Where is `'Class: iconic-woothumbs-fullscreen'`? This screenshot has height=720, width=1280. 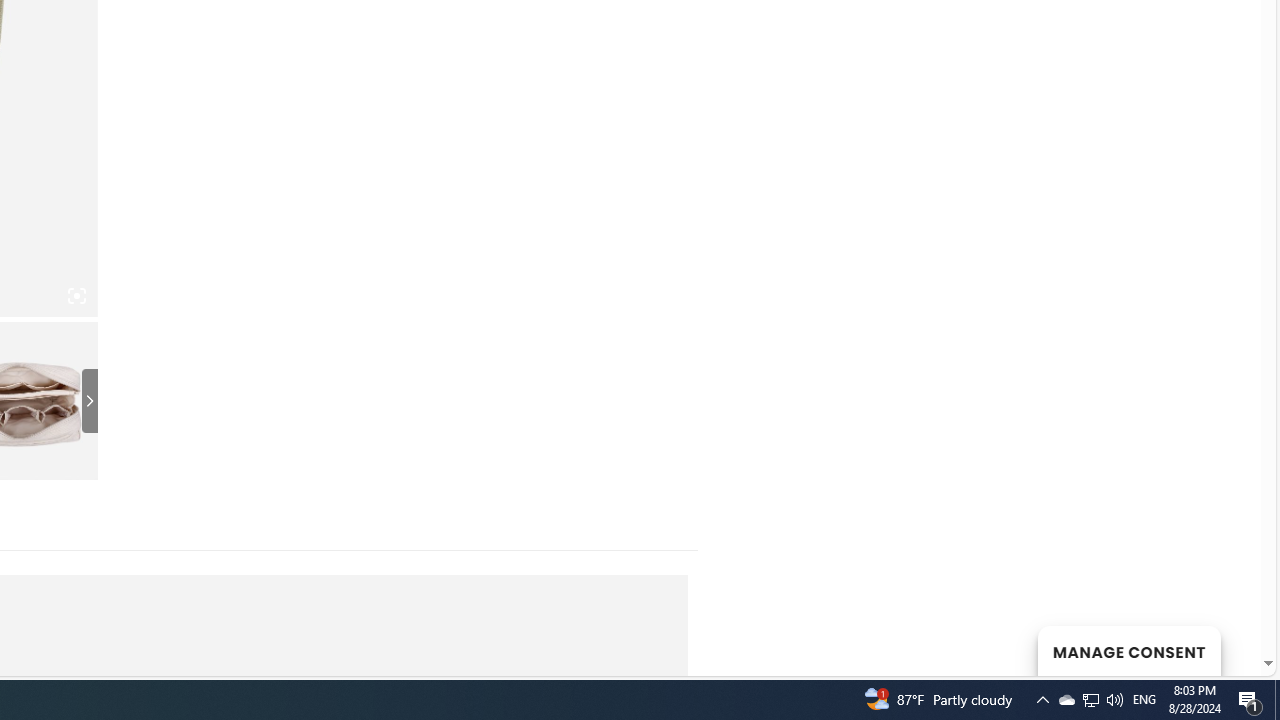
'Class: iconic-woothumbs-fullscreen' is located at coordinates (76, 296).